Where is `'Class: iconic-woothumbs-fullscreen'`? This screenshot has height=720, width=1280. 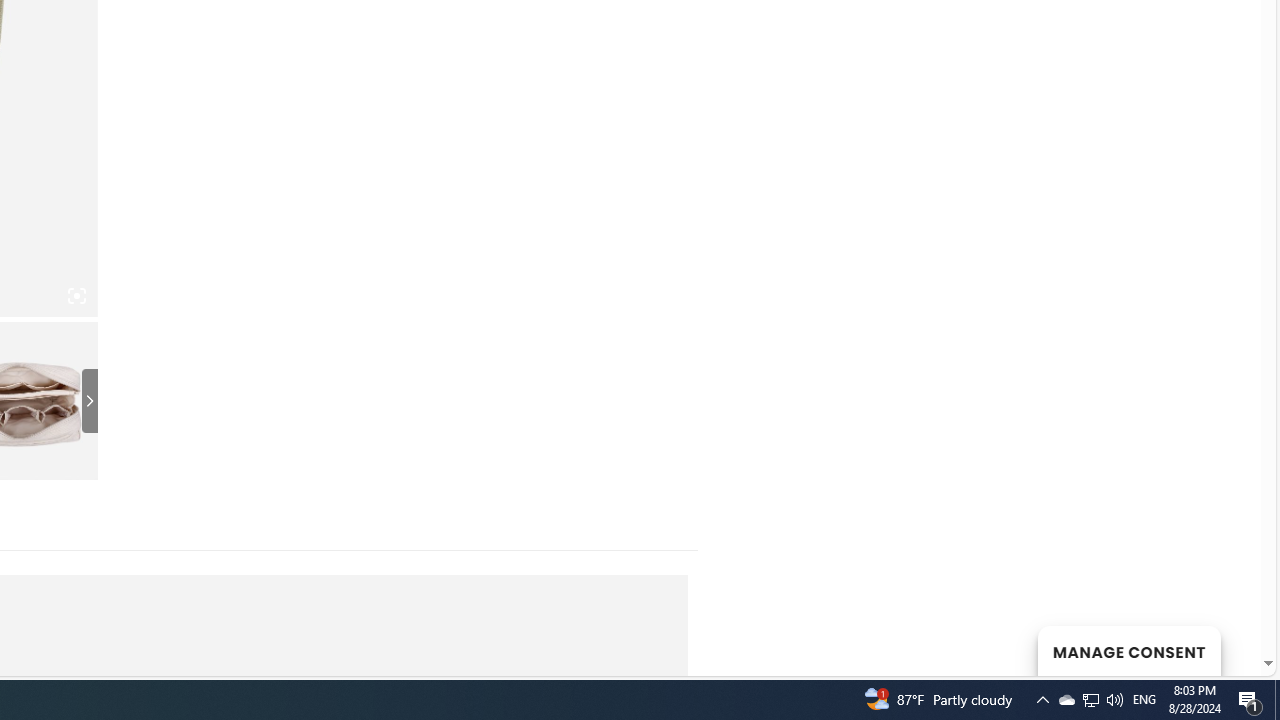
'Class: iconic-woothumbs-fullscreen' is located at coordinates (76, 296).